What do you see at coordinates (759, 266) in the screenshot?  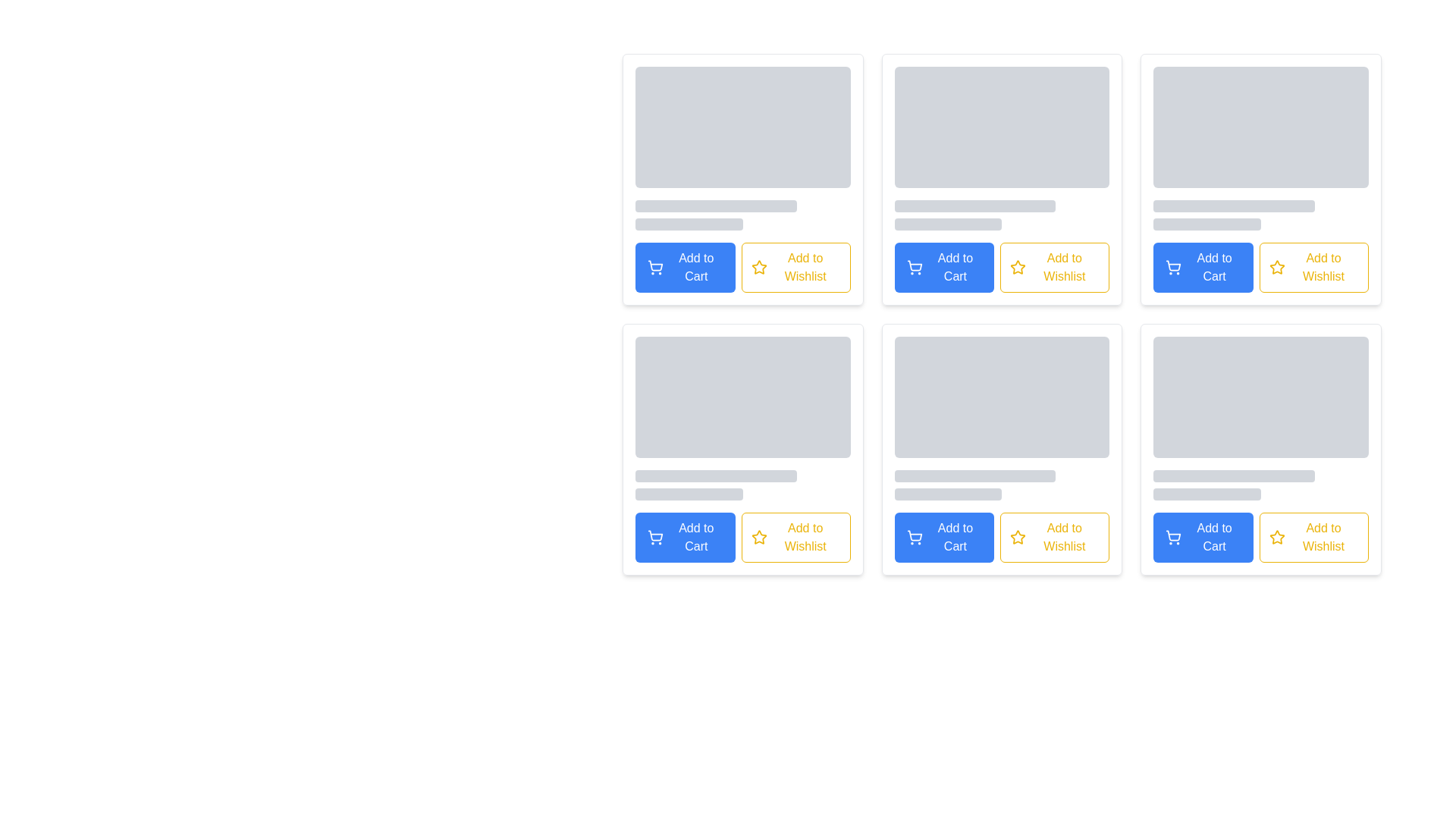 I see `the wishlist icon located at the bottom right of the product card to possibly display a tooltip` at bounding box center [759, 266].